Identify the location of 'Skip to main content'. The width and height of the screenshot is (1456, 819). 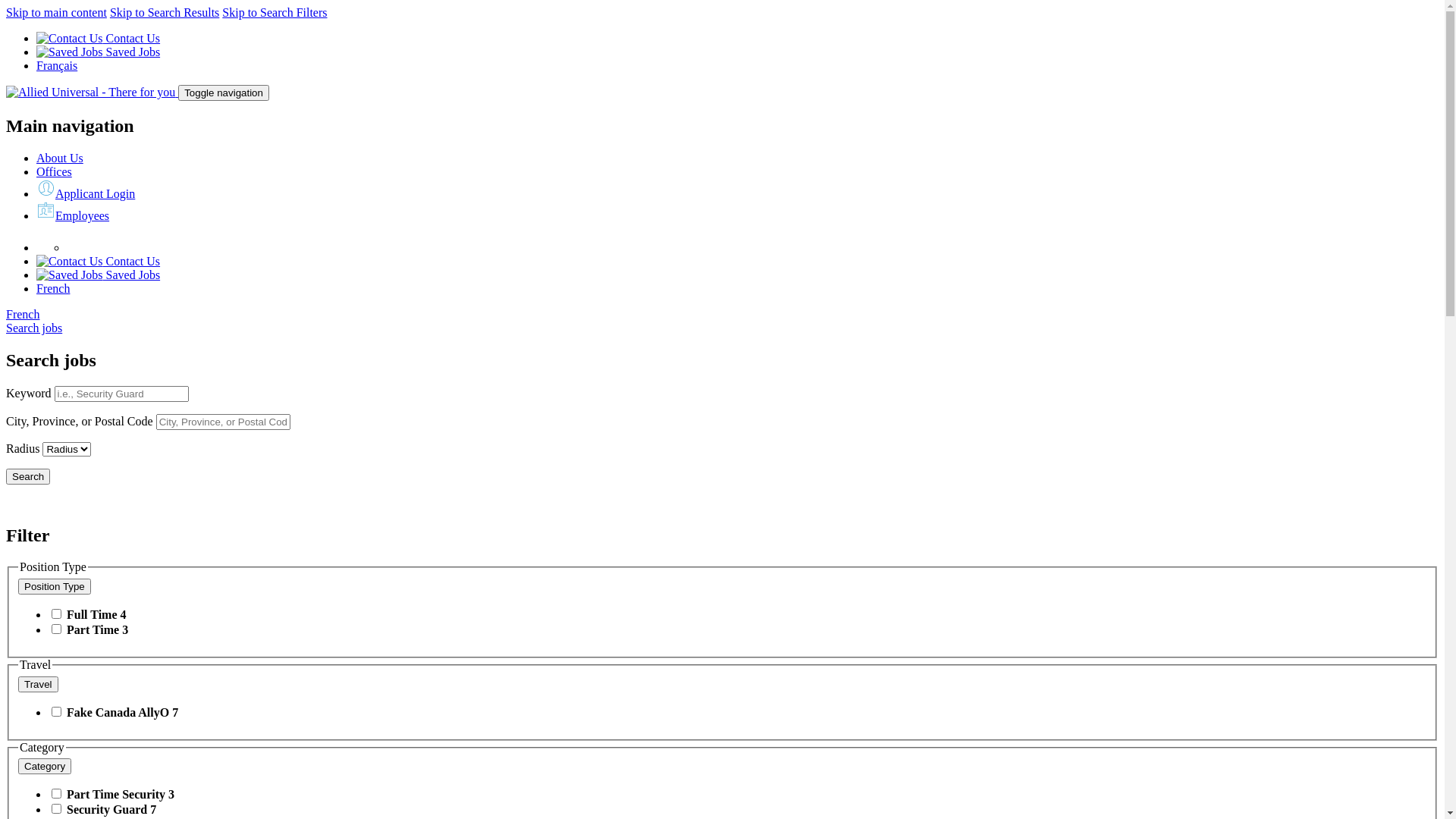
(56, 12).